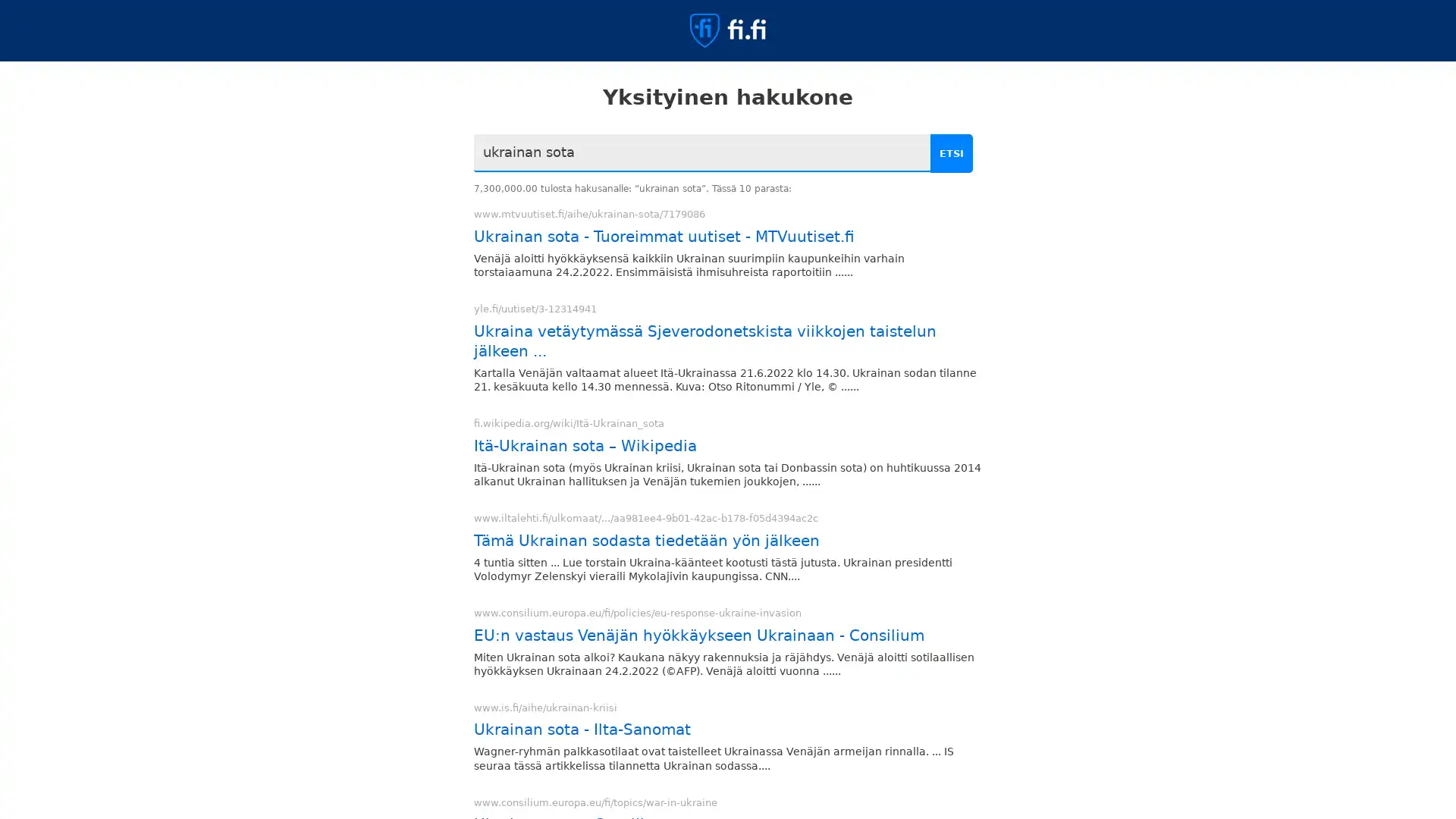 The height and width of the screenshot is (819, 1456). What do you see at coordinates (953, 153) in the screenshot?
I see `ETSI` at bounding box center [953, 153].